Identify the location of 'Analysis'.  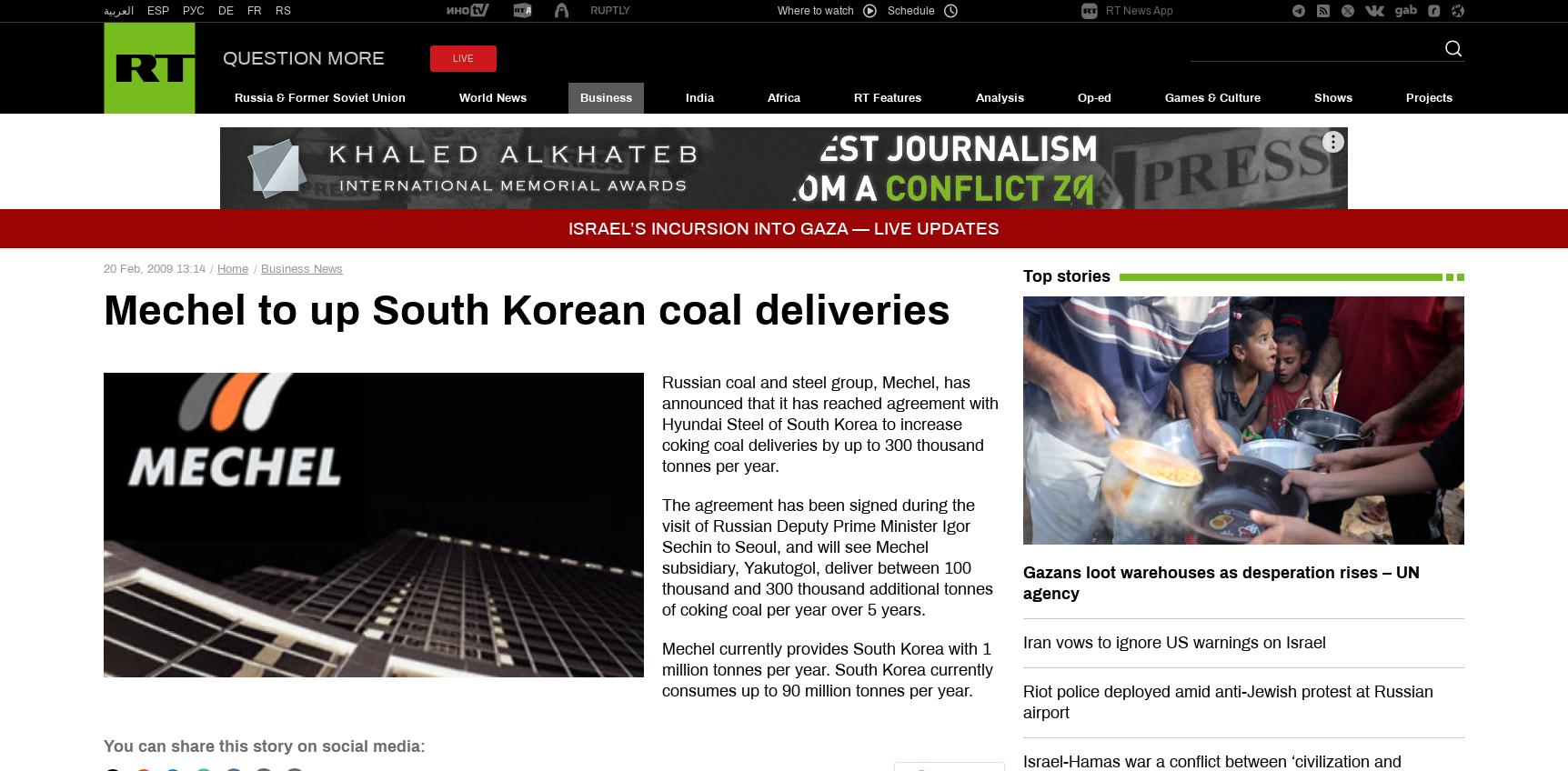
(998, 96).